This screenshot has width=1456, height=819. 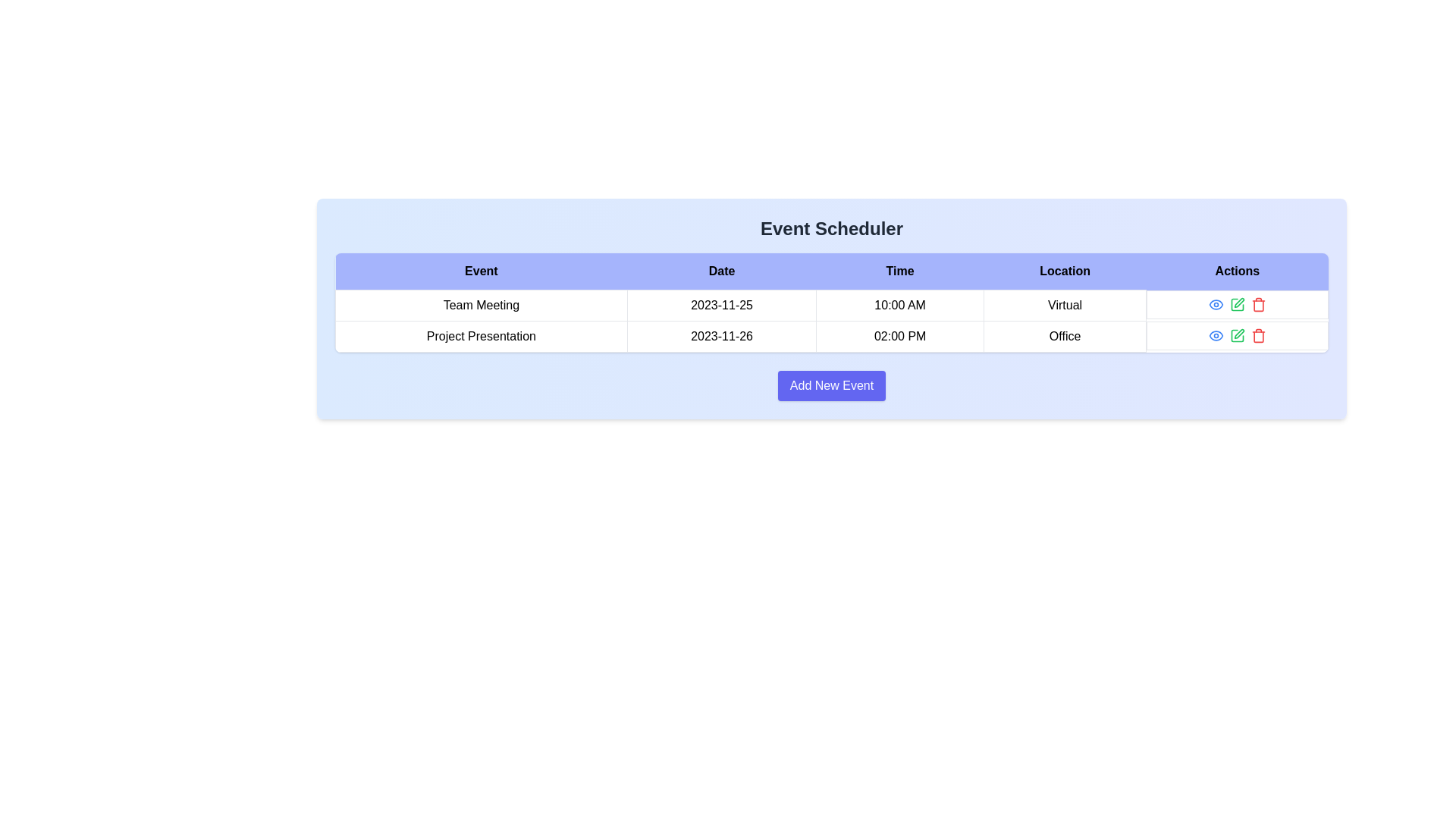 I want to click on the blue eye-shaped icon button in the 'Actions' column of the second row, so click(x=1216, y=304).